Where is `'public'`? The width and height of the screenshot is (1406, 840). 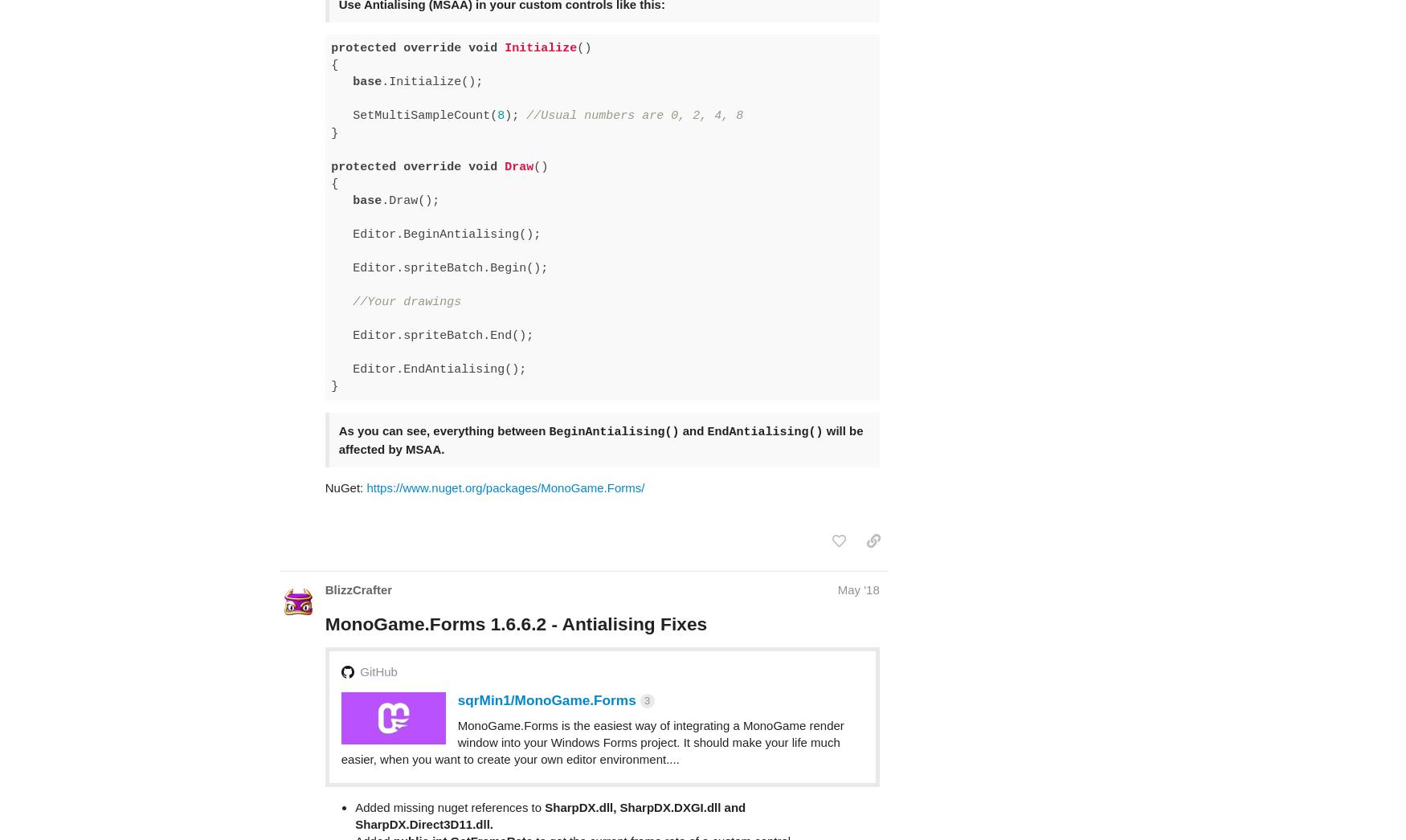 'public' is located at coordinates (709, 794).